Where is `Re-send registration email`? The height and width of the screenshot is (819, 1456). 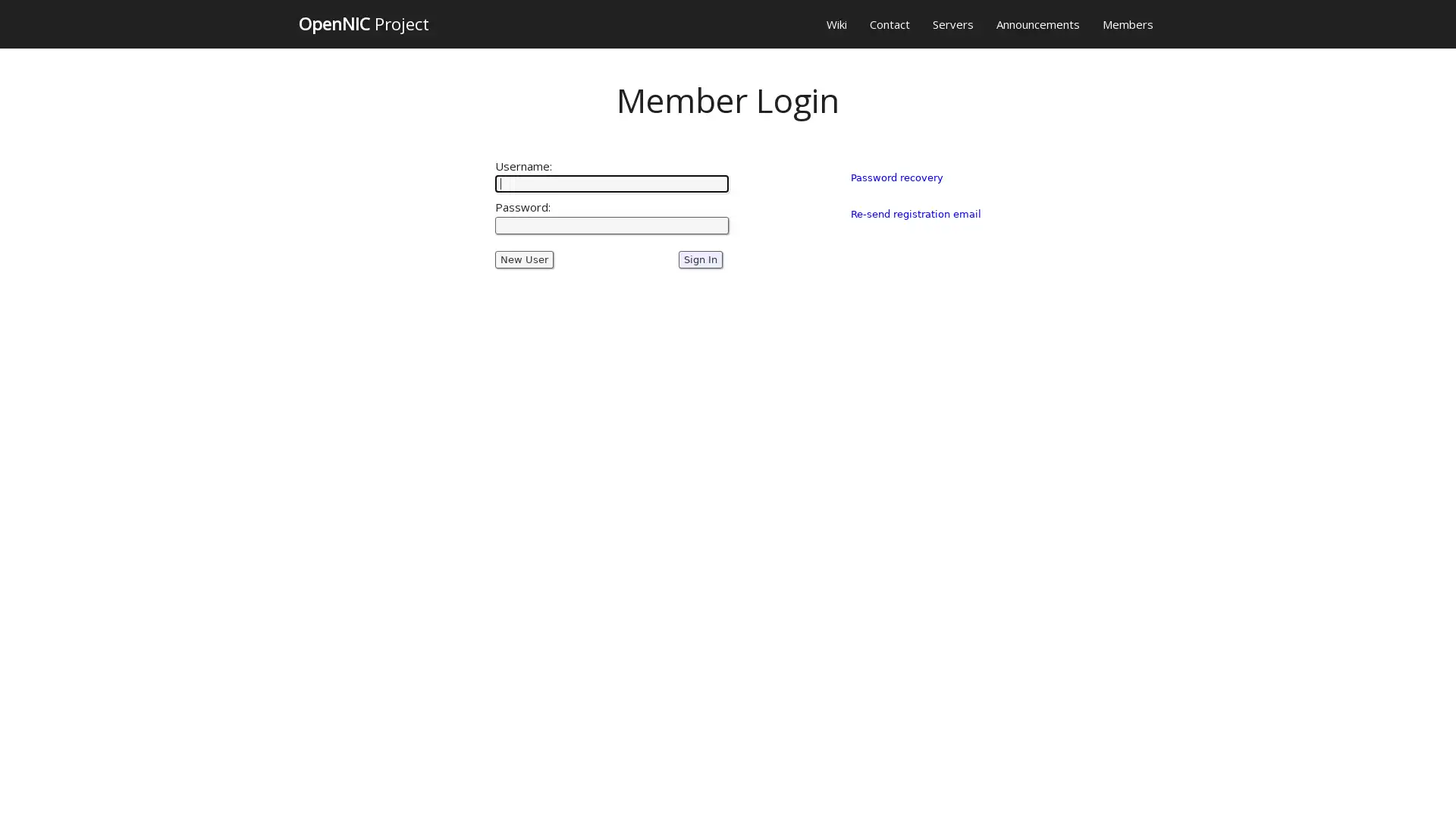 Re-send registration email is located at coordinates (914, 213).